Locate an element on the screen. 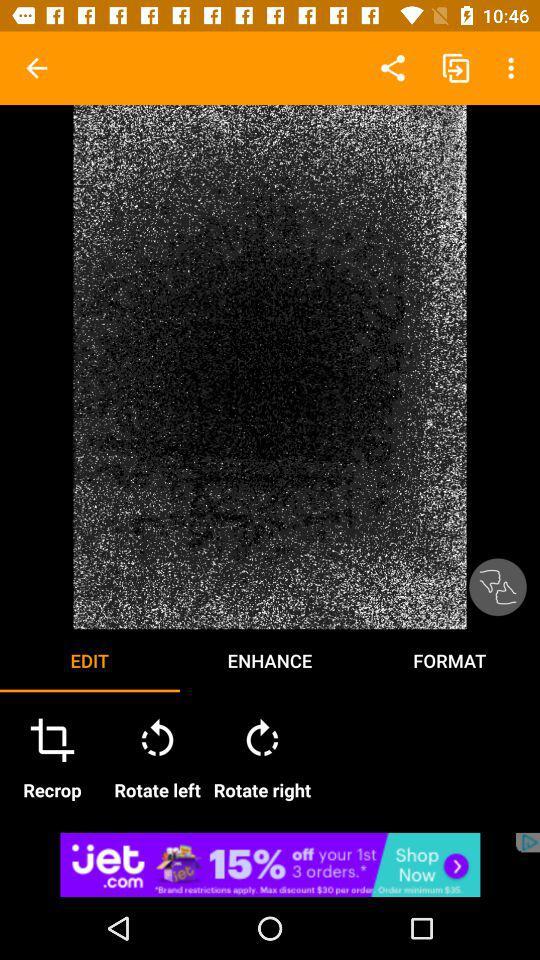  approve changes is located at coordinates (496, 587).